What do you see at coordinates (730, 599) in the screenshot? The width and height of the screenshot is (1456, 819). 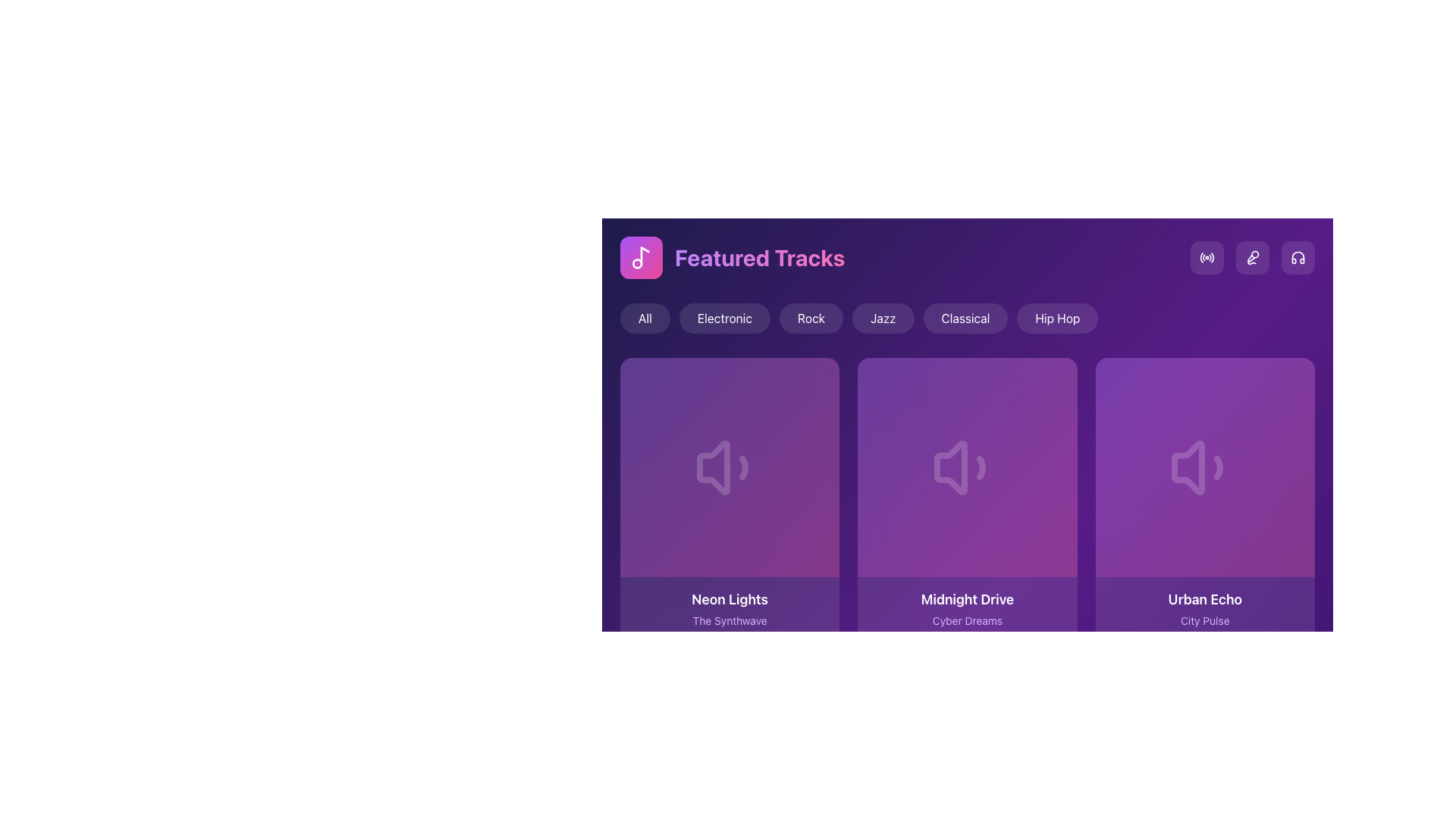 I see `the 'Neon Lights' text label which is styled in a large, bold, white font on a purple background, positioned prominently as the main title of the content card` at bounding box center [730, 599].